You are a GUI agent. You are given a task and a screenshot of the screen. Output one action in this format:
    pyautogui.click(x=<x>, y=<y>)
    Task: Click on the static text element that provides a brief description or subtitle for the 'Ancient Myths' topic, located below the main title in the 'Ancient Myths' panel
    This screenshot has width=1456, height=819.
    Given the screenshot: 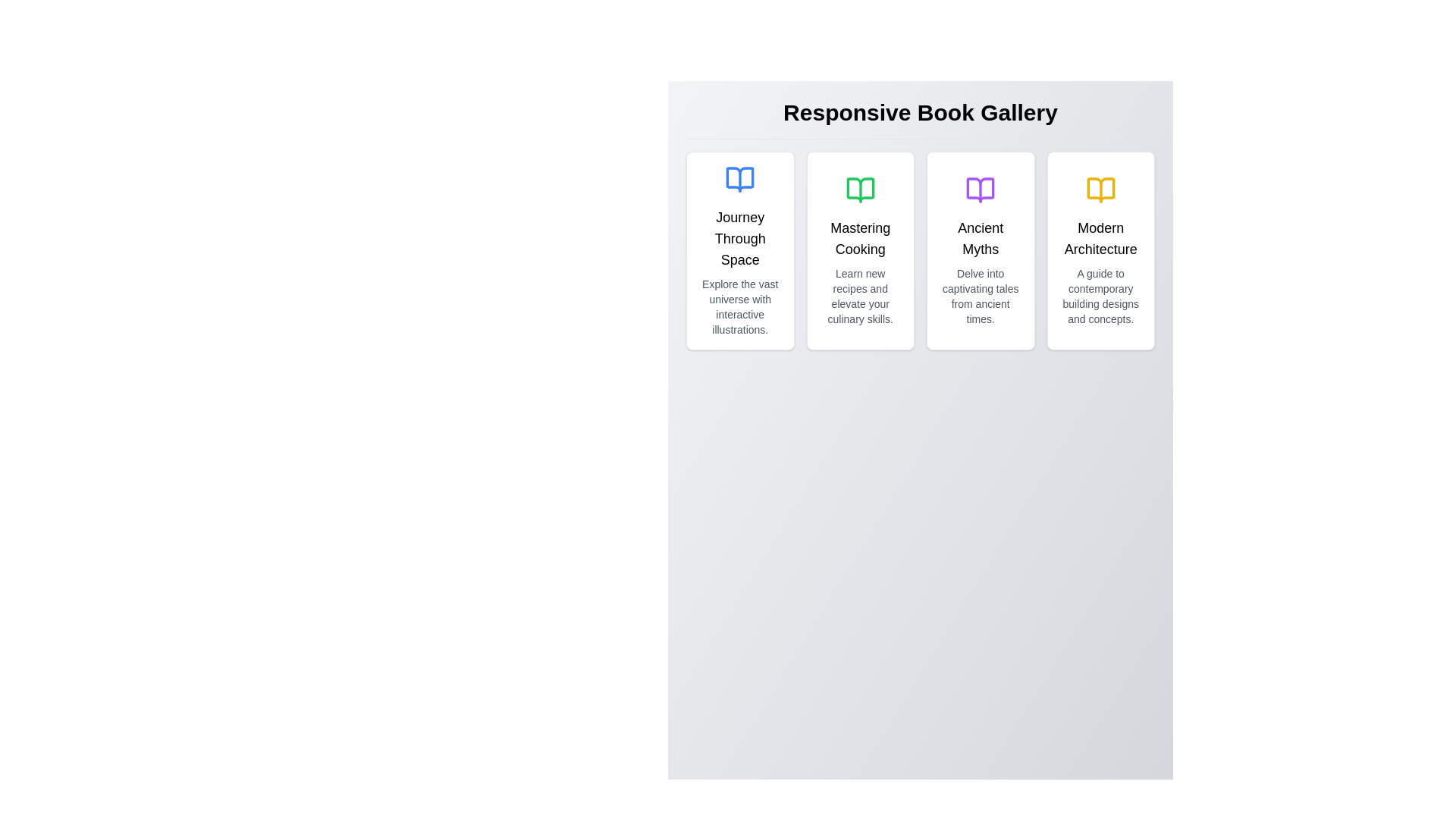 What is the action you would take?
    pyautogui.click(x=981, y=296)
    